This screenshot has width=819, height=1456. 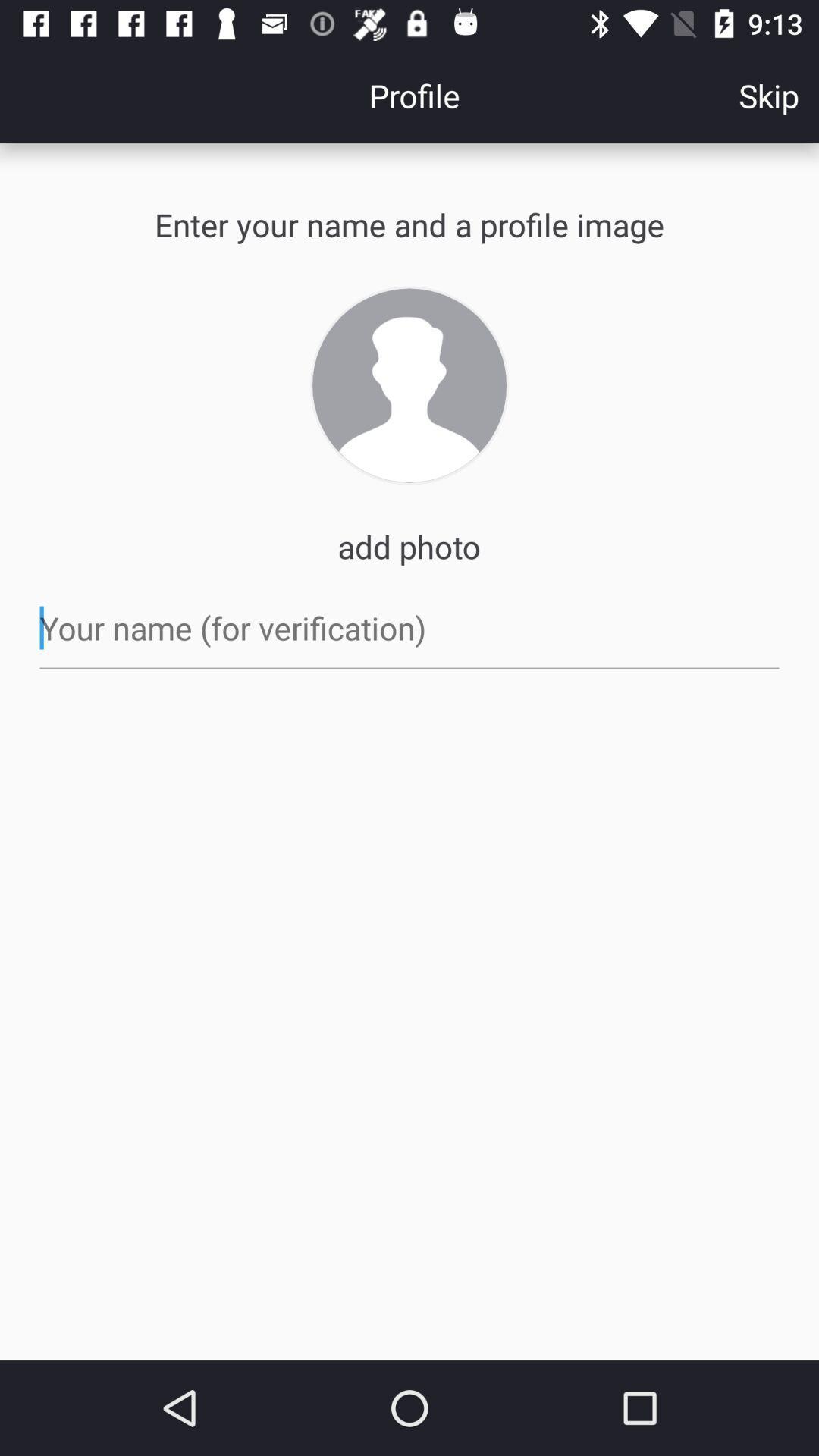 What do you see at coordinates (409, 628) in the screenshot?
I see `name` at bounding box center [409, 628].